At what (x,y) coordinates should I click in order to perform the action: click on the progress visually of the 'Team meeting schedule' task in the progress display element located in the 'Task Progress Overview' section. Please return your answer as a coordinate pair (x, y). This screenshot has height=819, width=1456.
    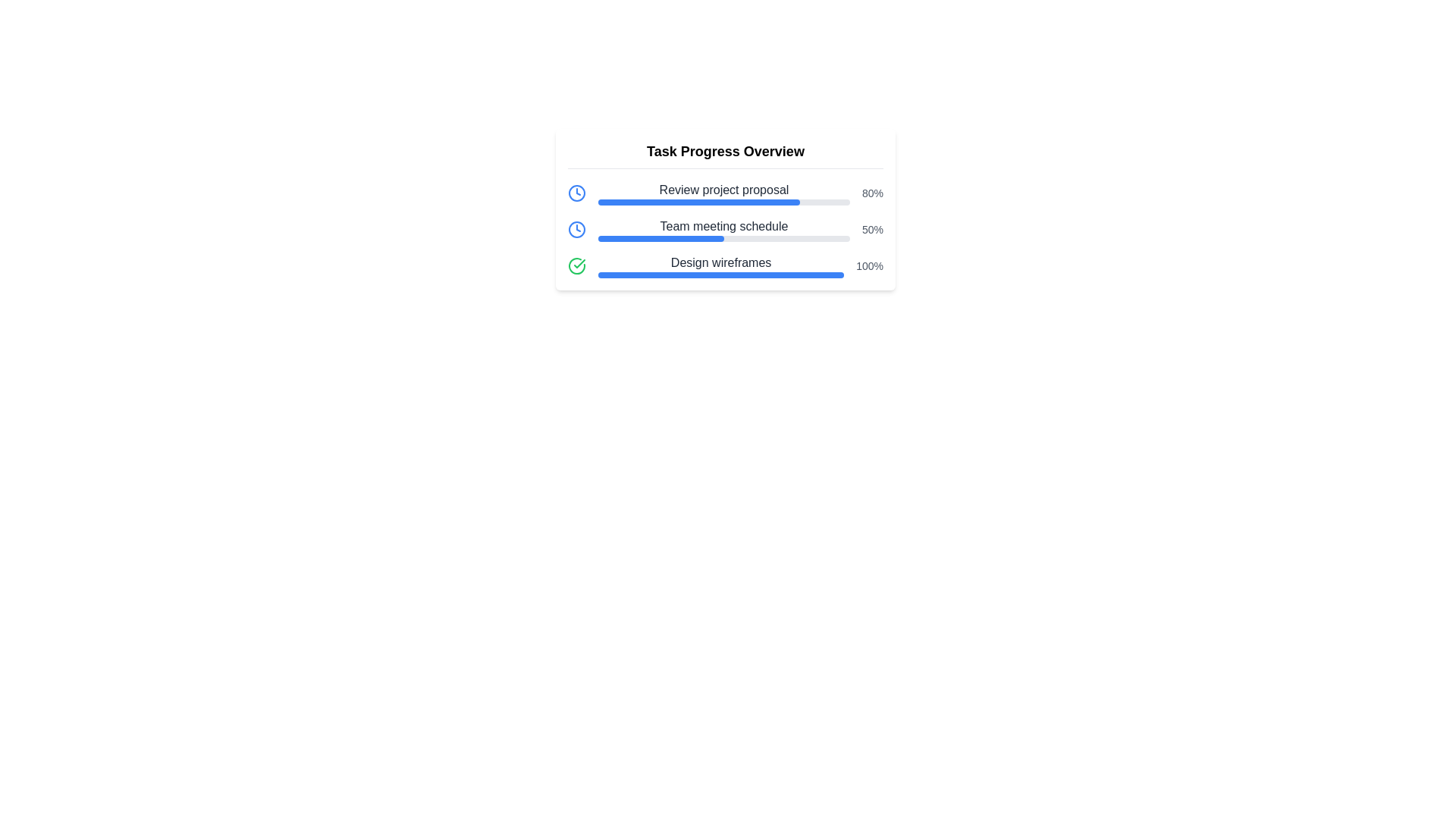
    Looking at the image, I should click on (724, 230).